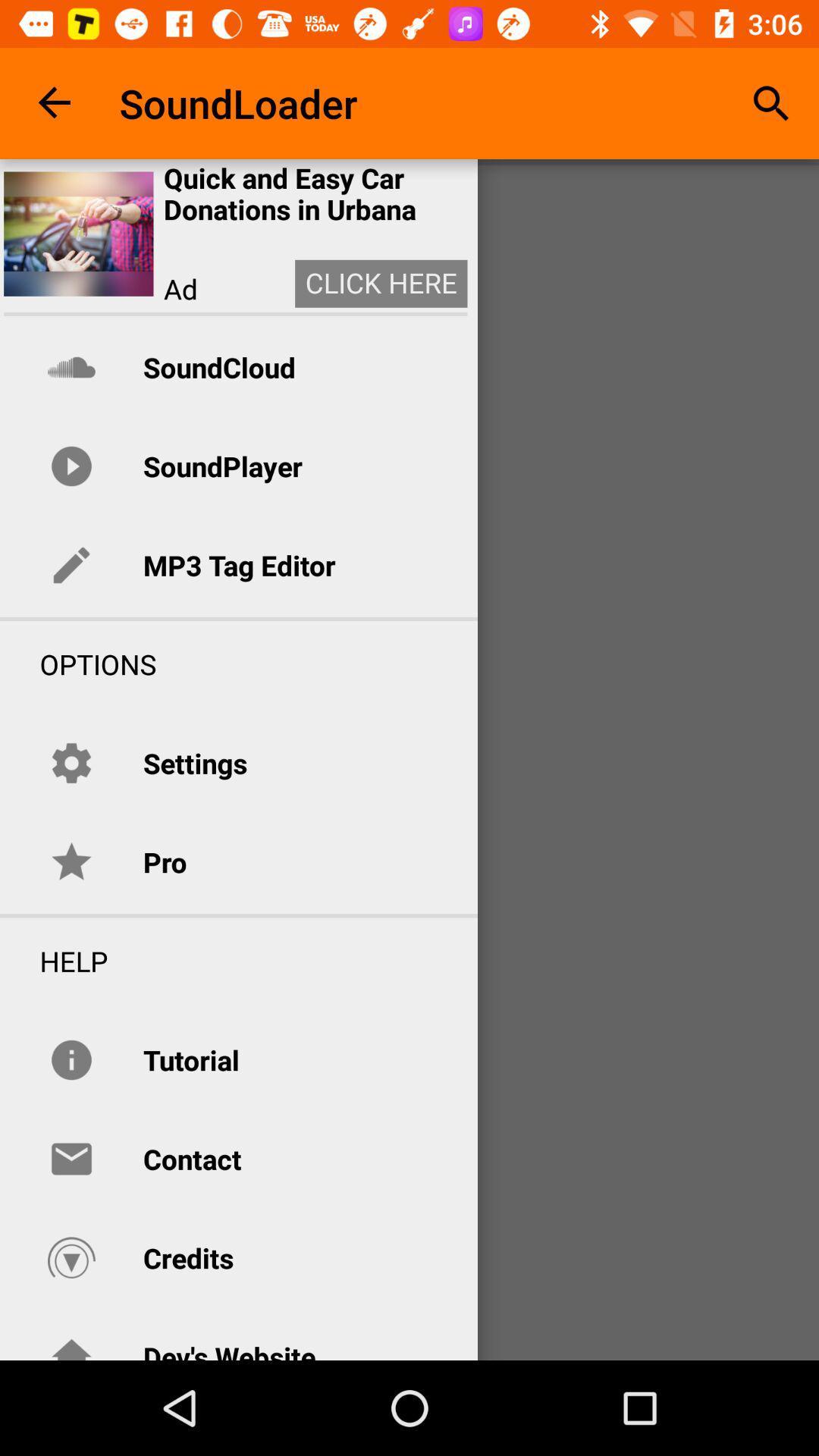 The height and width of the screenshot is (1456, 819). I want to click on pro, so click(165, 862).